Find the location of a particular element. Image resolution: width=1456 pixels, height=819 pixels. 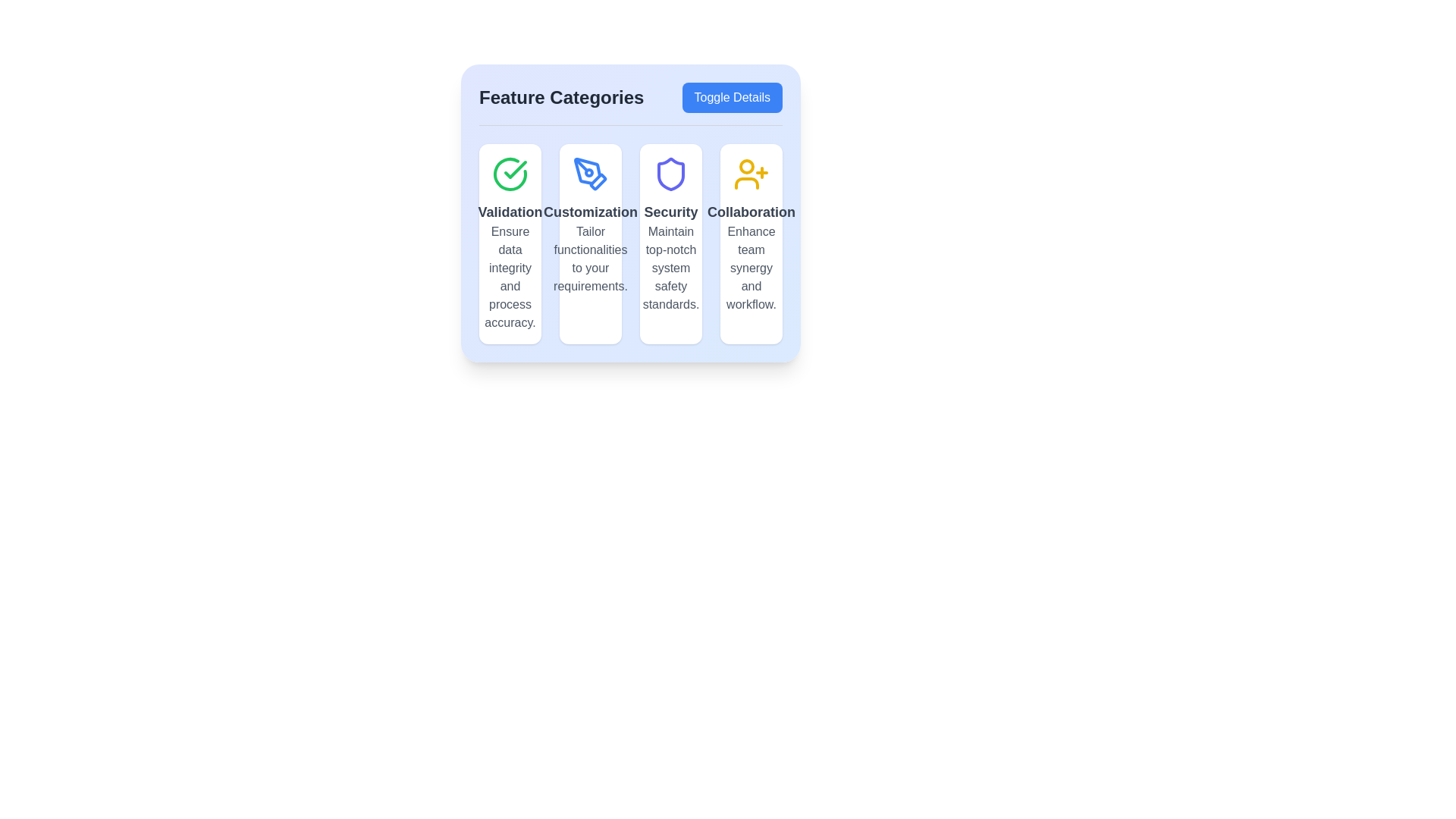

the toggle button located in the top-right corner underneath the 'Feature Categories' title is located at coordinates (732, 97).